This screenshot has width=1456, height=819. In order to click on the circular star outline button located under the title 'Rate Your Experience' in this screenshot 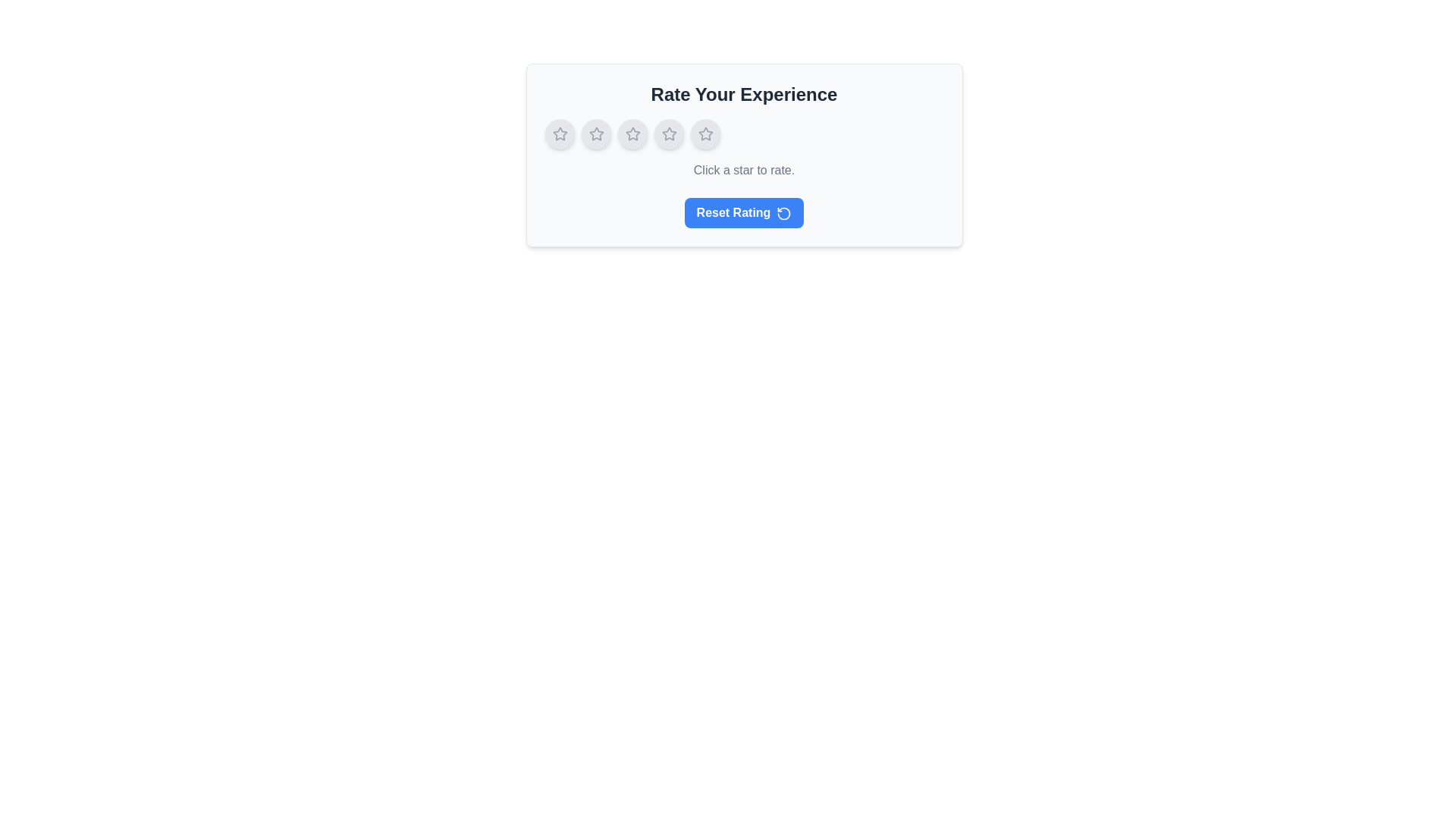, I will do `click(632, 133)`.